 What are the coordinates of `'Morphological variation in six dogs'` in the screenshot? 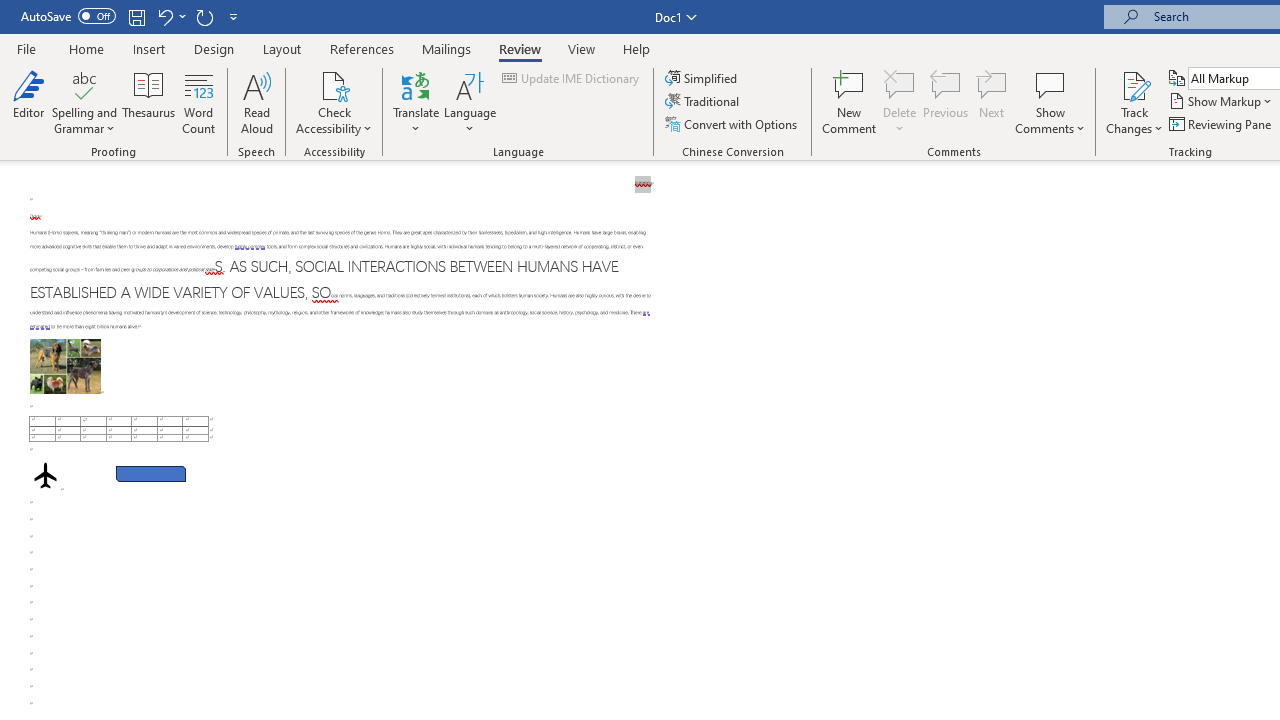 It's located at (65, 366).